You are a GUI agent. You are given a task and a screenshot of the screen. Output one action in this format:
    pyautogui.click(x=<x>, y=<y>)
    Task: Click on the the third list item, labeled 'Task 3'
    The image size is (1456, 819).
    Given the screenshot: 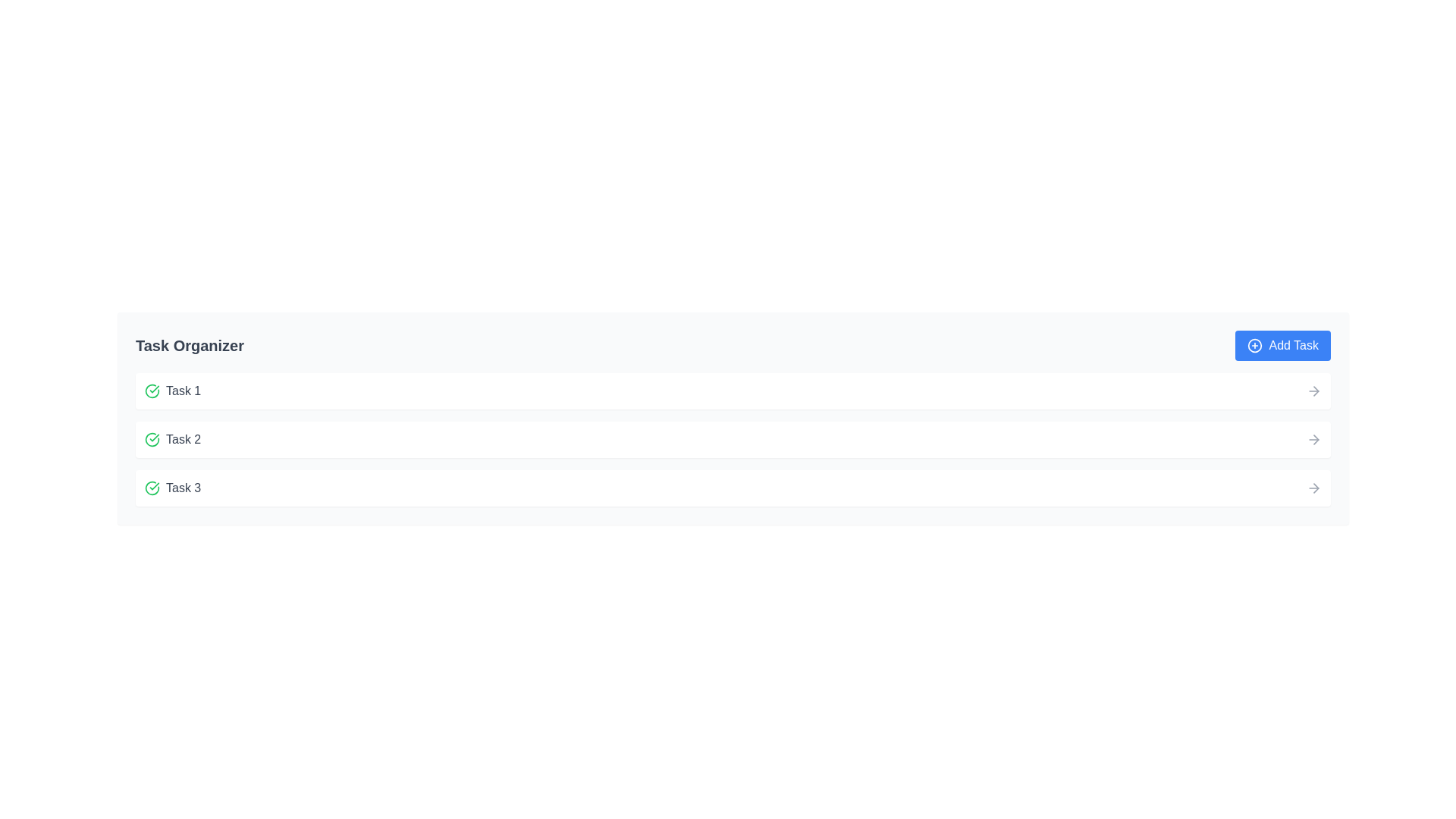 What is the action you would take?
    pyautogui.click(x=733, y=488)
    